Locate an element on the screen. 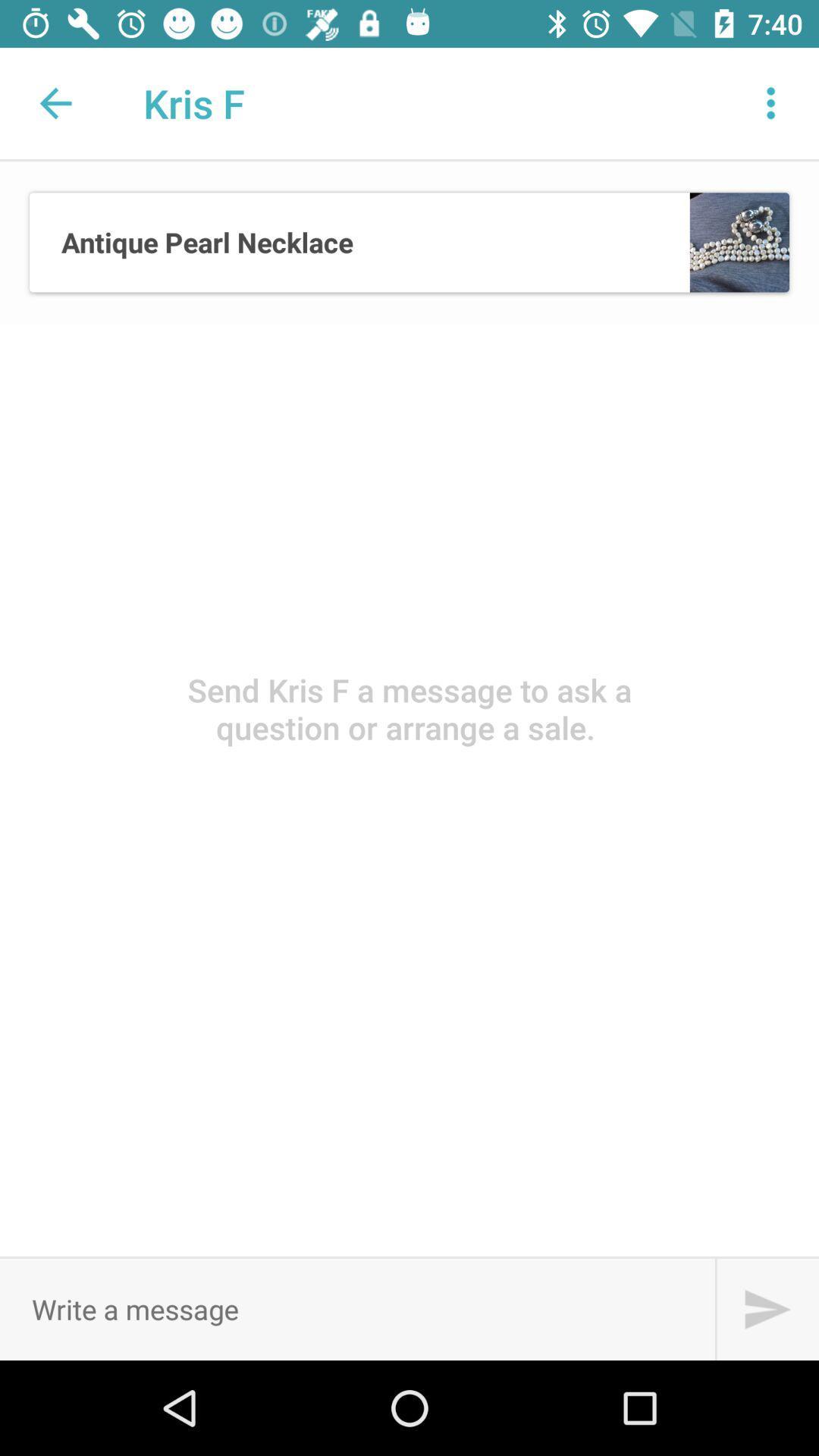 Image resolution: width=819 pixels, height=1456 pixels. the icon next to the kris f app is located at coordinates (55, 102).